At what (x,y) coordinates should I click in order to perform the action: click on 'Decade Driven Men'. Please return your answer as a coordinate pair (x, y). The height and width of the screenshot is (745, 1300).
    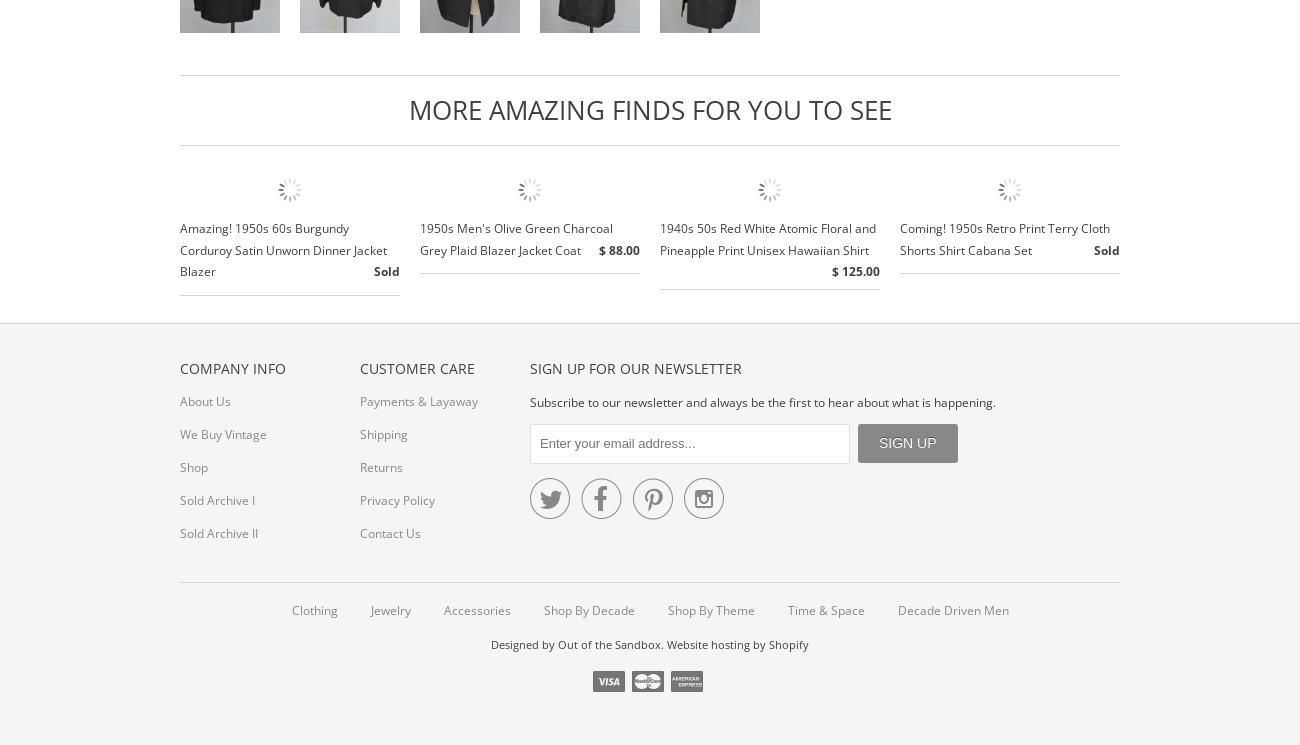
    Looking at the image, I should click on (952, 610).